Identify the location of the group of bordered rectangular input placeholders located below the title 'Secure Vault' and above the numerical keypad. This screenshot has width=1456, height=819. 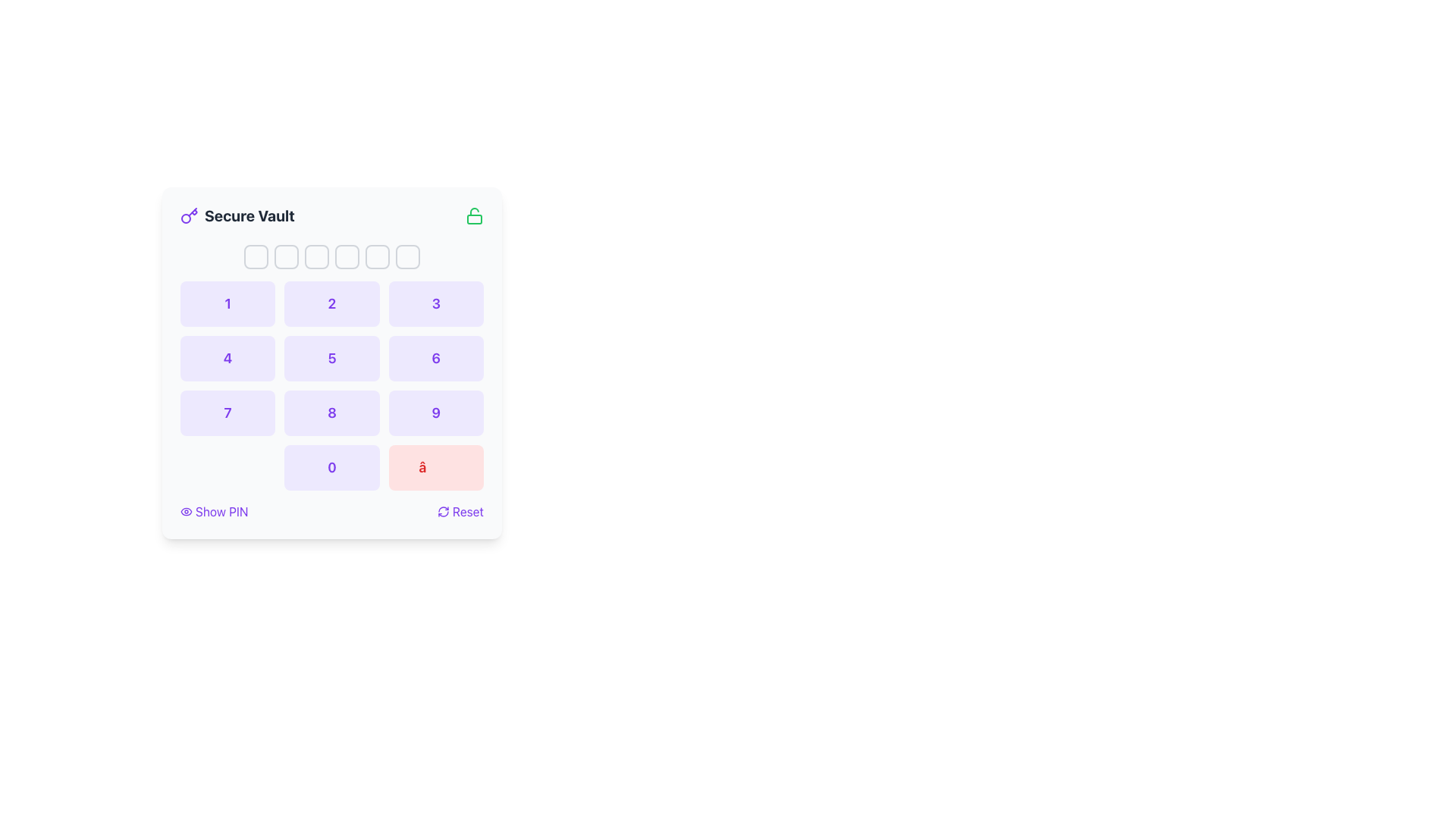
(331, 256).